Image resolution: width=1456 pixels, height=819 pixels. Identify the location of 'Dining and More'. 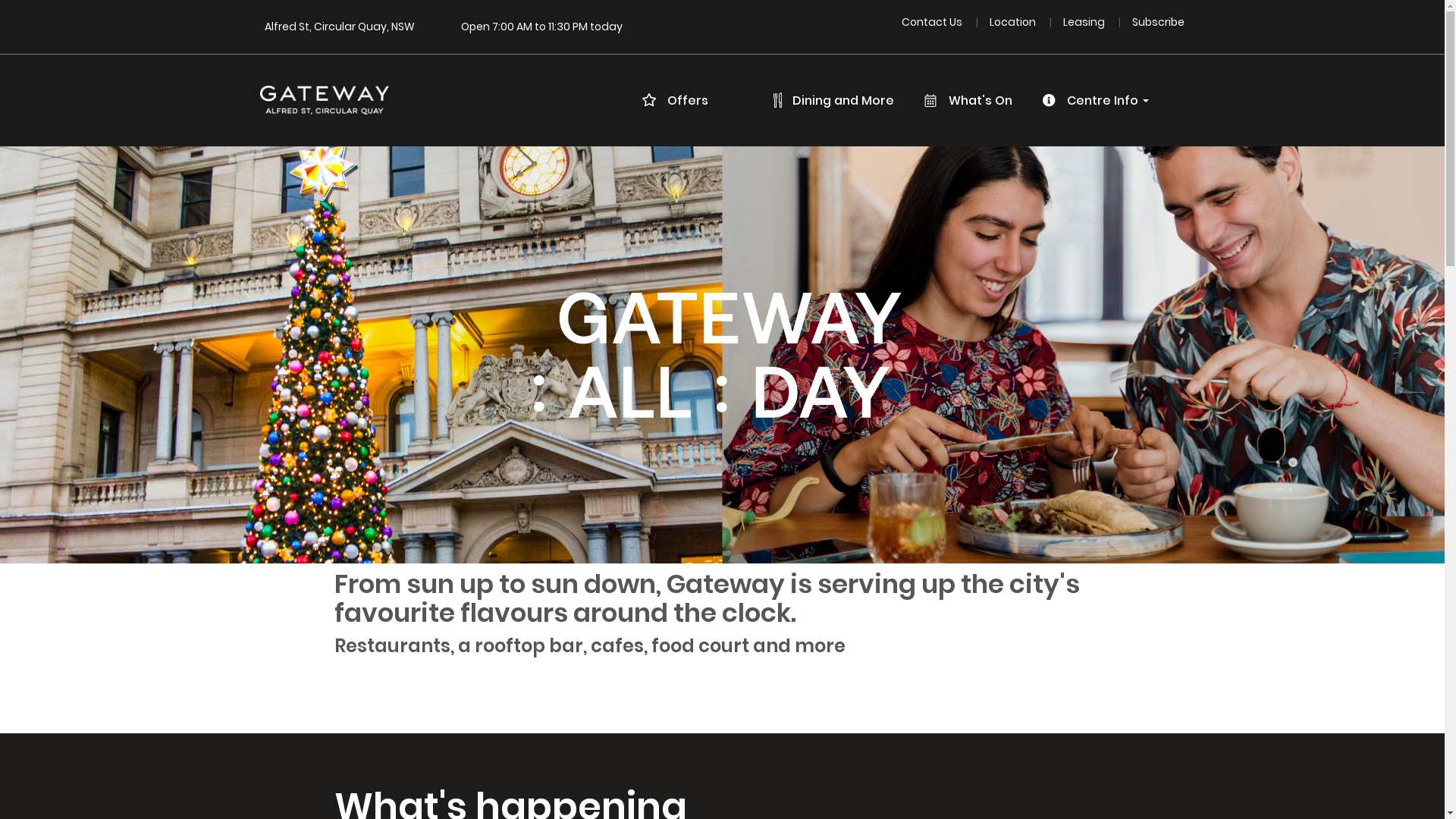
(839, 100).